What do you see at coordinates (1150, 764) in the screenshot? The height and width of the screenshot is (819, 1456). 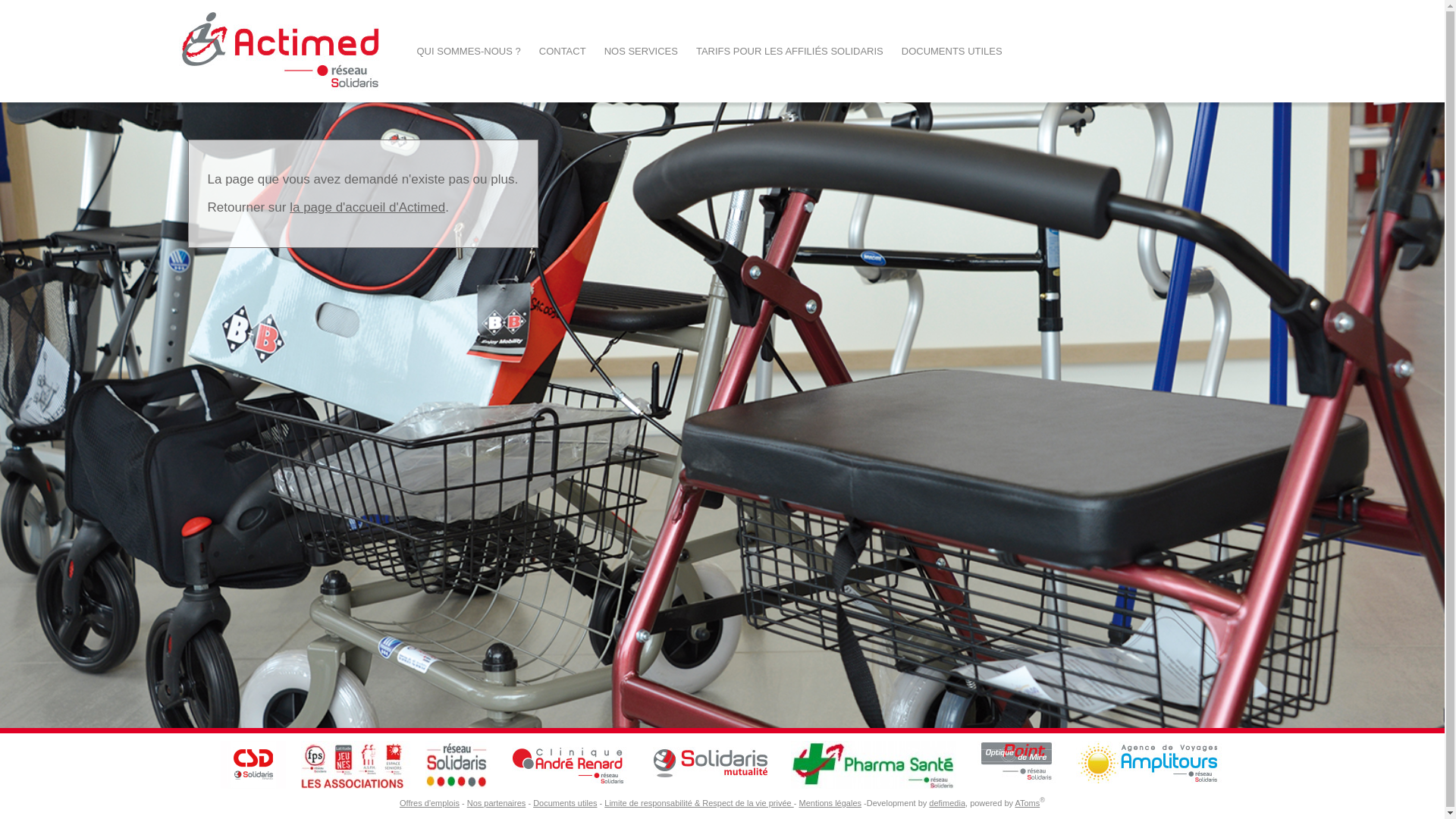 I see `'logo-amplitour'` at bounding box center [1150, 764].